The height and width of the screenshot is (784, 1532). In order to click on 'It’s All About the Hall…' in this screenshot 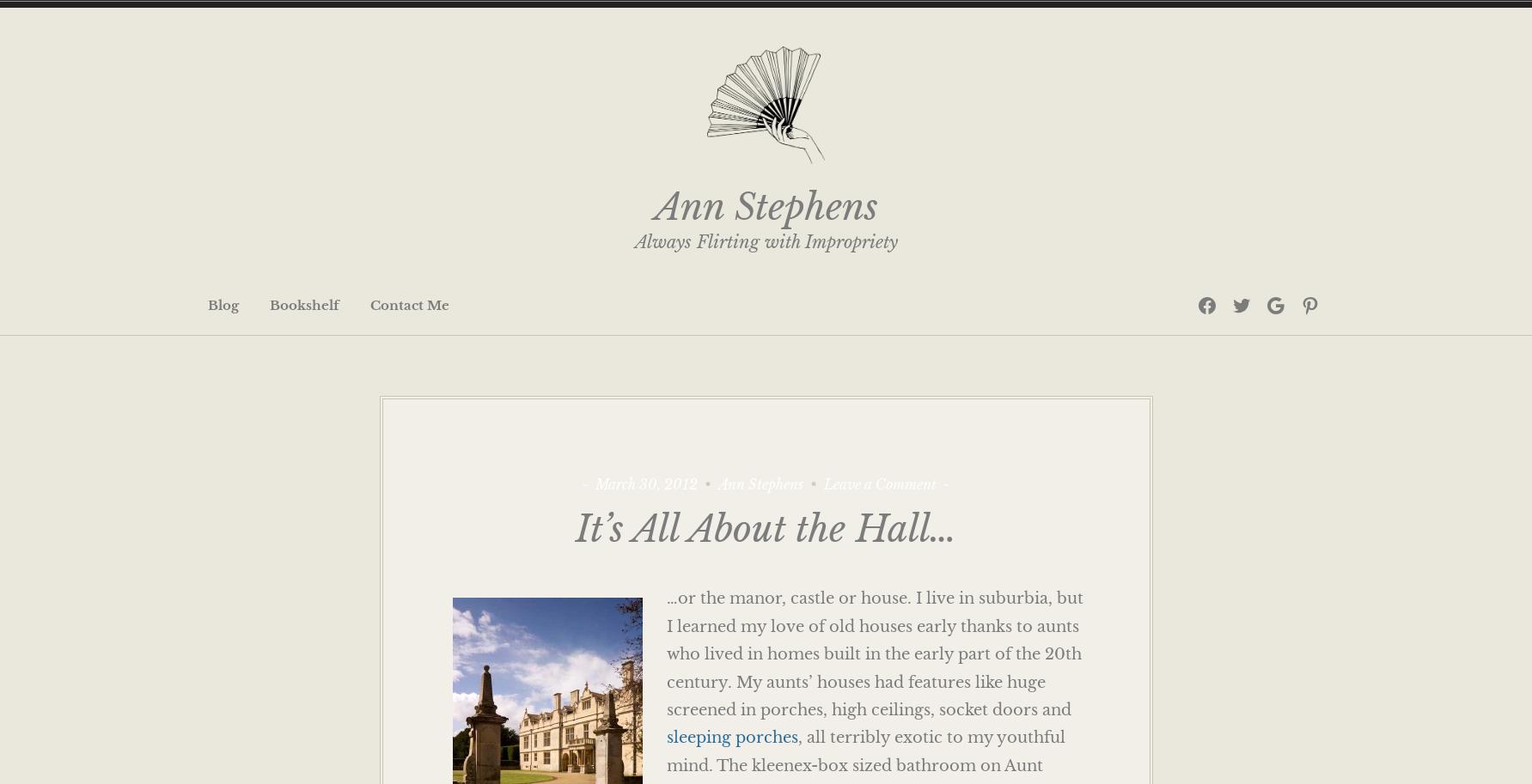, I will do `click(576, 529)`.